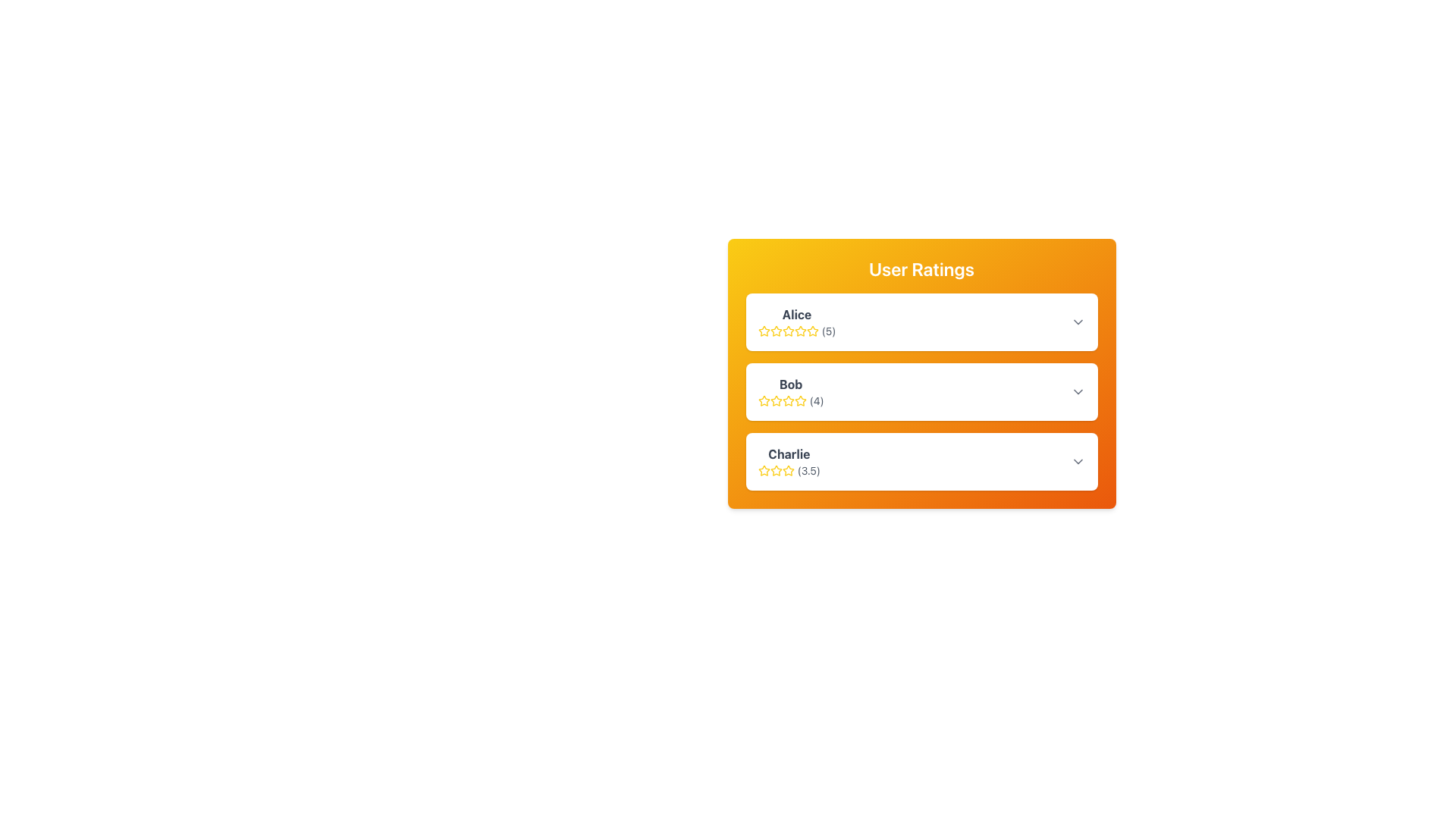 This screenshot has height=819, width=1456. Describe the element at coordinates (790, 391) in the screenshot. I see `the Text and star rating display element that shows the user's name, star rating, and numerical rating score, positioned between 'Alice' and 'Charlie'` at that location.